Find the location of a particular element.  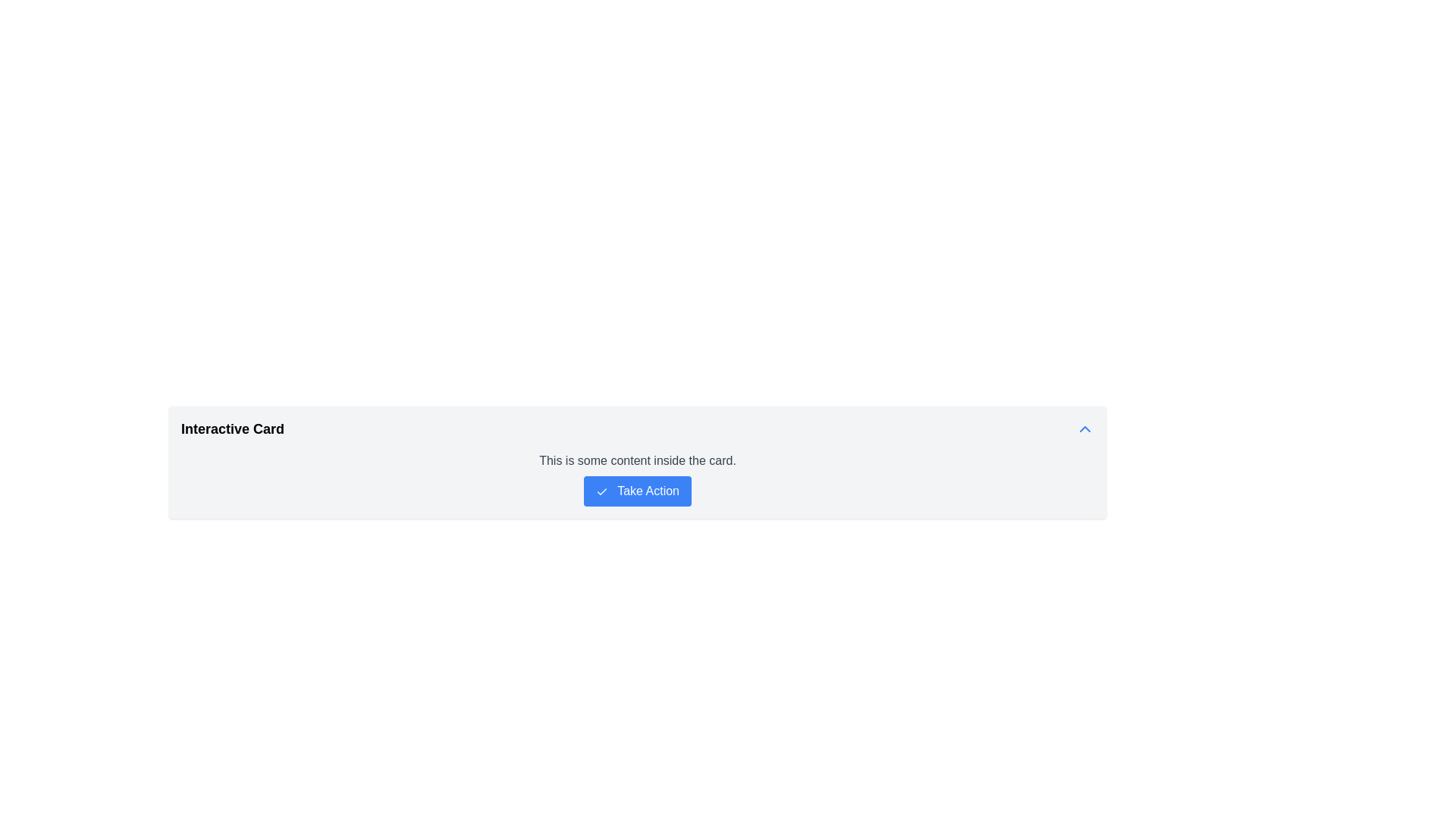

descriptive information provided in the text block of the composite element located centrally within the 'Interactive Card' is located at coordinates (637, 479).